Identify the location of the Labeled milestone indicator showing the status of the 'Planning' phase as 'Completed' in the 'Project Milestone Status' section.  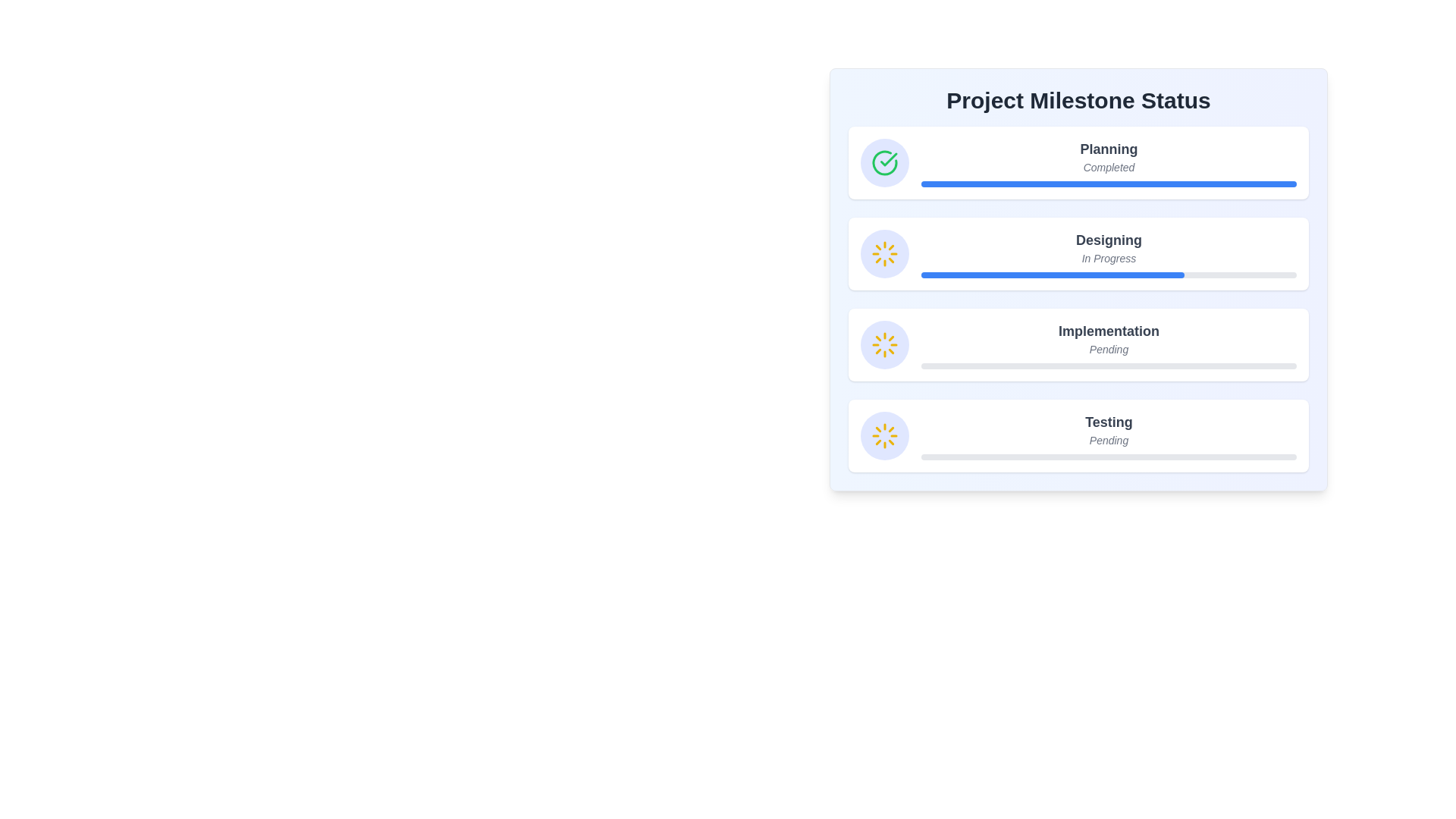
(1109, 163).